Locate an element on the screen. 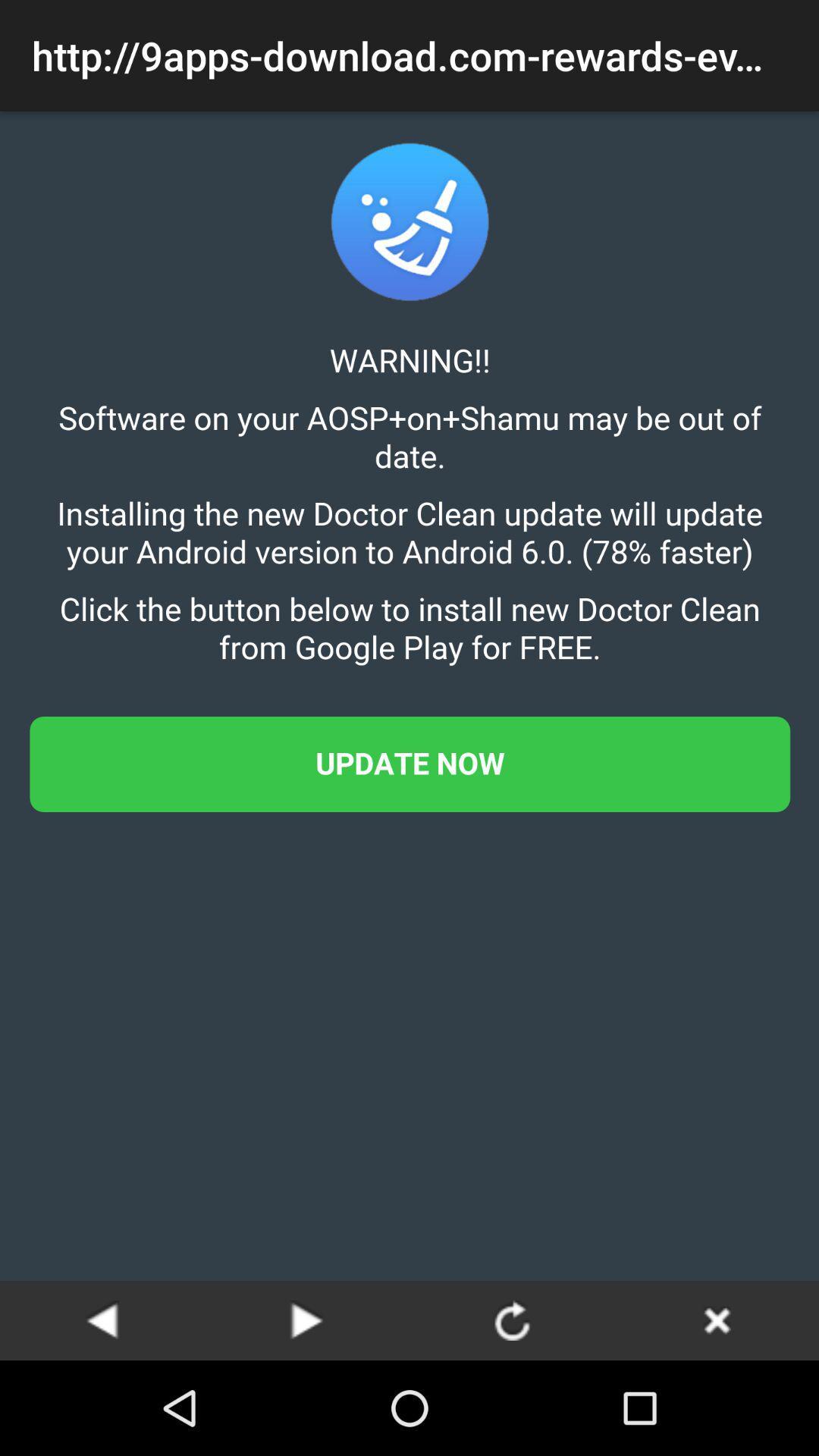 This screenshot has height=1456, width=819. next page is located at coordinates (307, 1319).